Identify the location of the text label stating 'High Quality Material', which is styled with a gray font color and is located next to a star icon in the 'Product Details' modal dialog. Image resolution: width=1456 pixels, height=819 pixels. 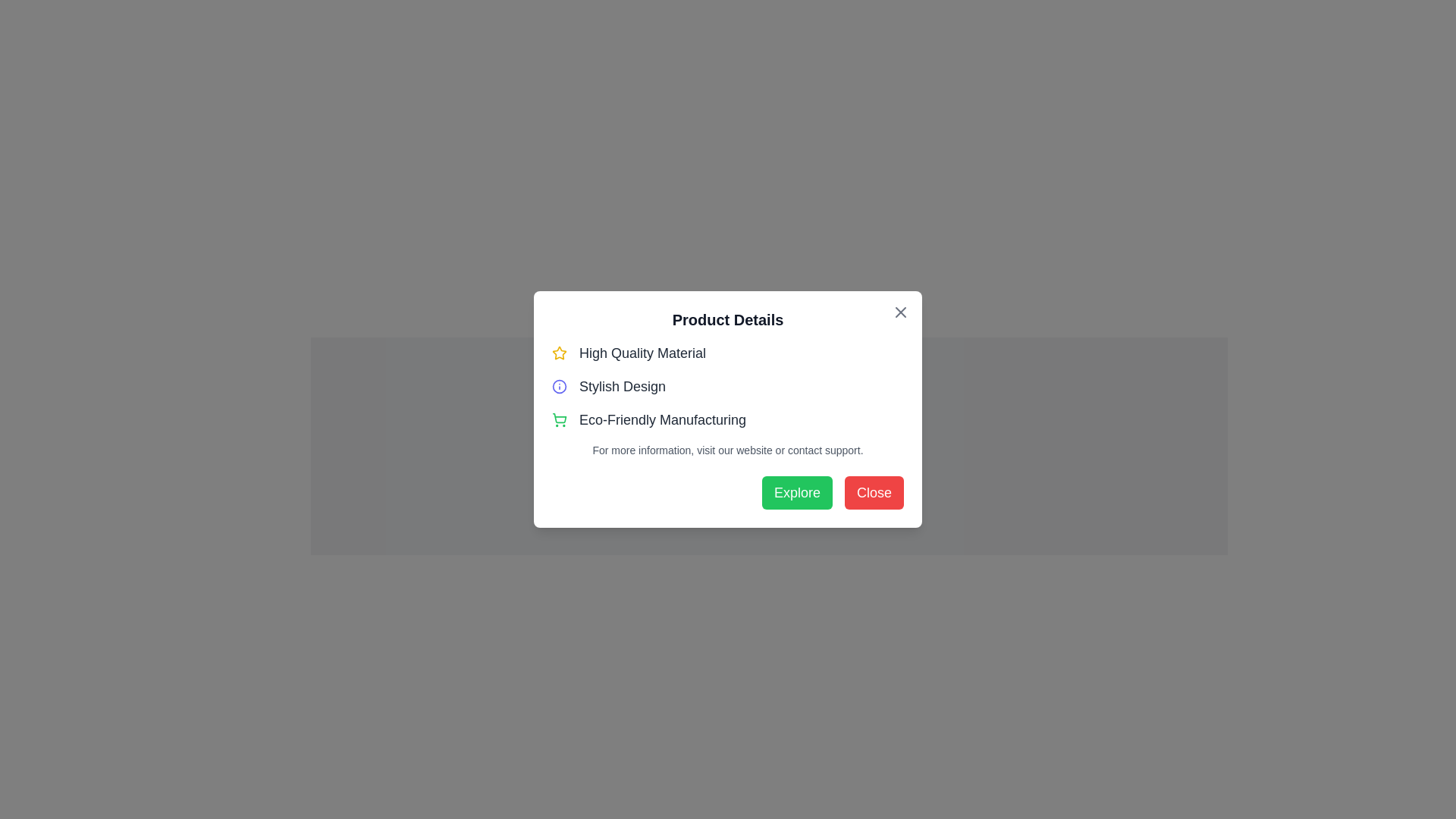
(642, 353).